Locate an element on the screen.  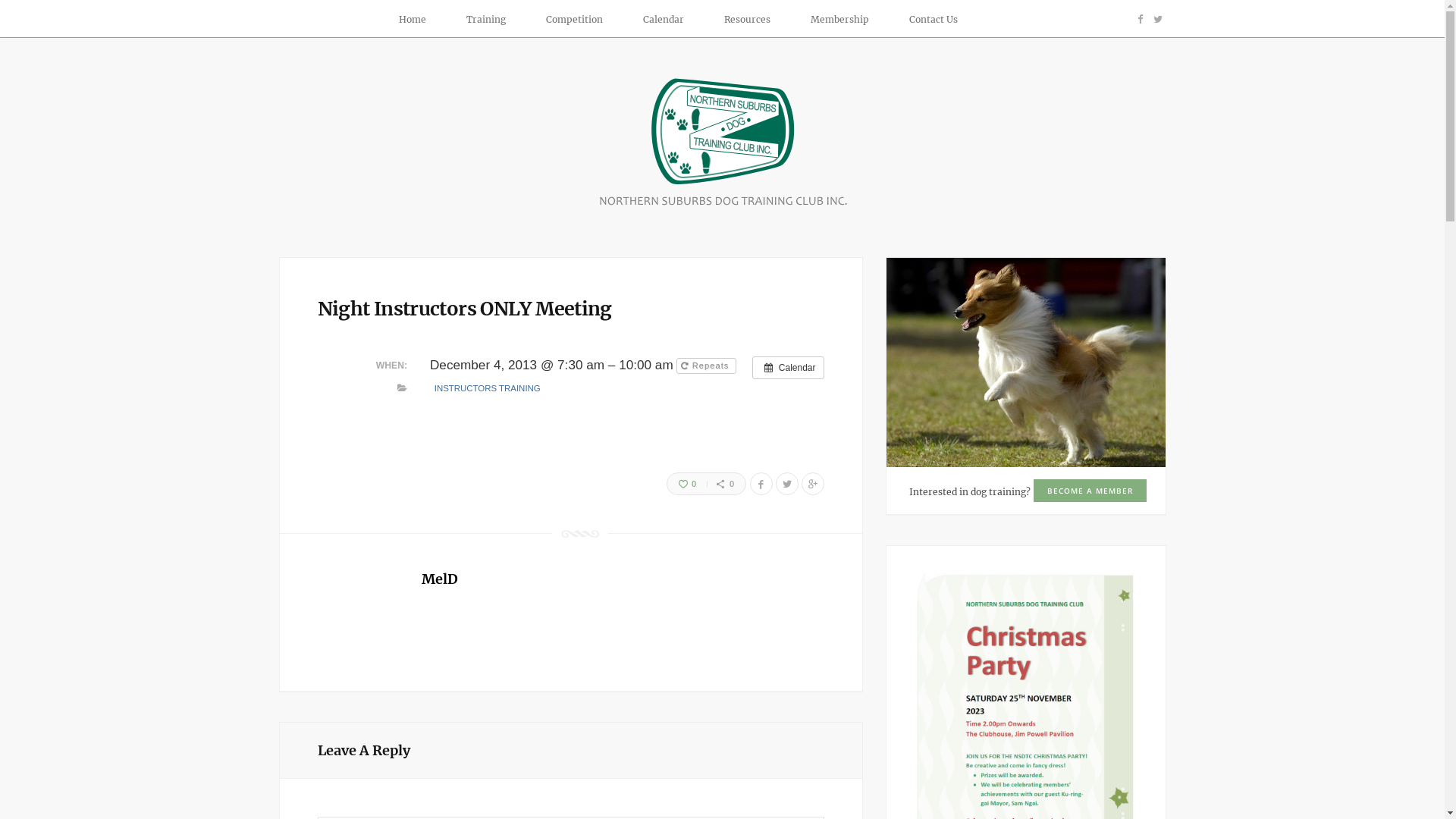
'INSTRUCTORS TRAINING' is located at coordinates (487, 387).